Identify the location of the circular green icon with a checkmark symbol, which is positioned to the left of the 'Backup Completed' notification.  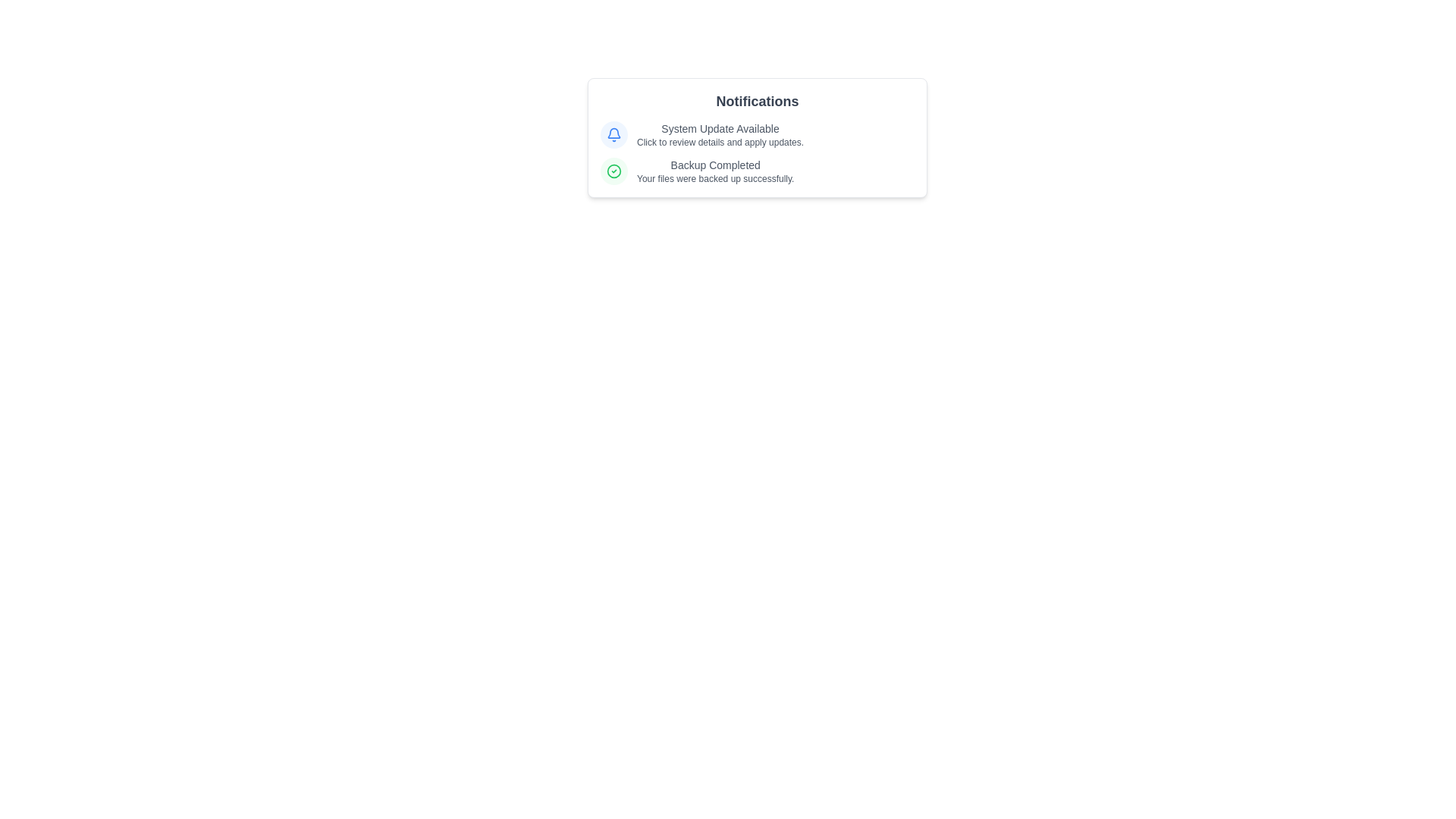
(614, 171).